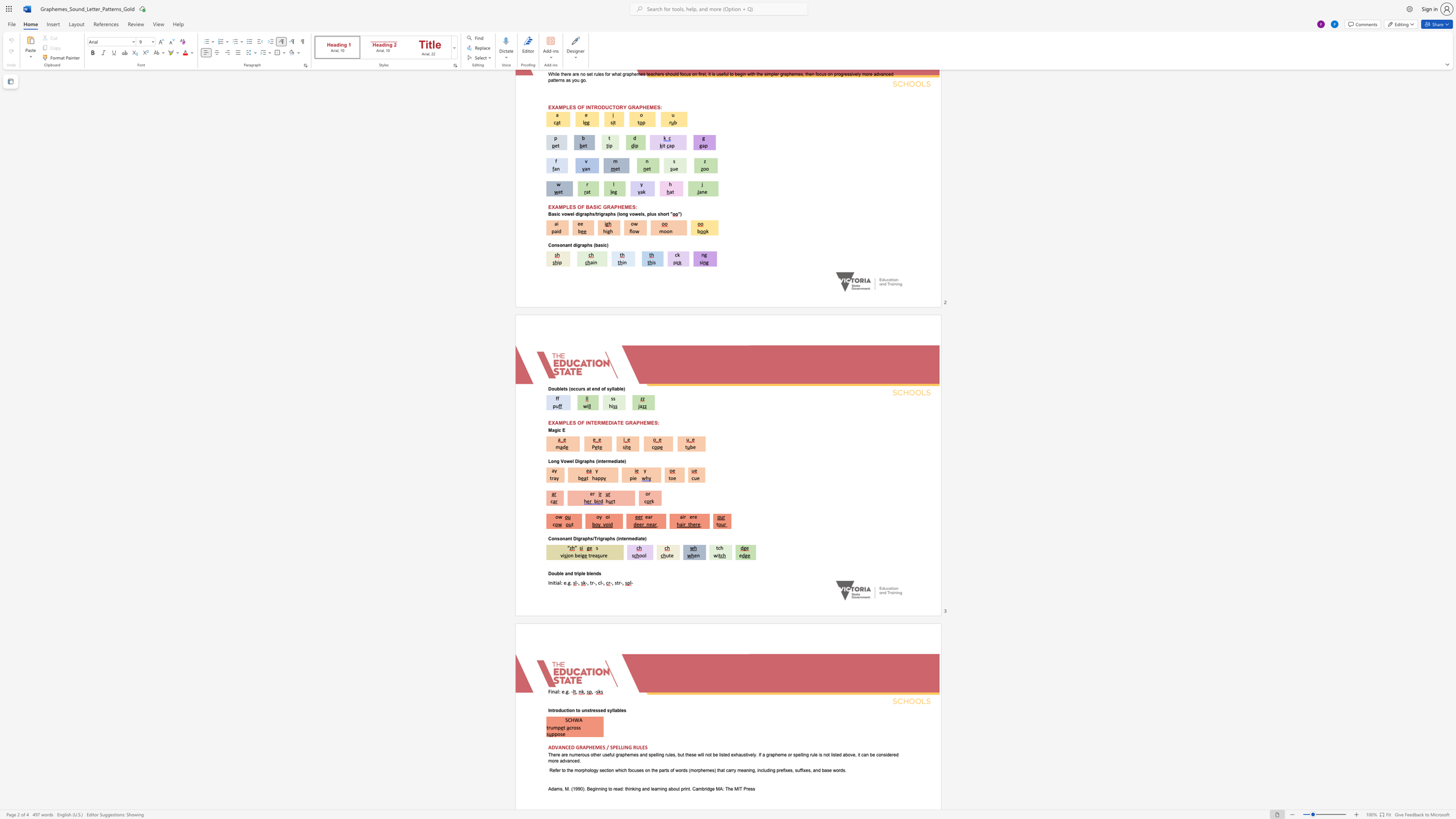 Image resolution: width=1456 pixels, height=819 pixels. I want to click on the subset text "nced" within the text "other useful graphemes and spelling rules, but these will not be listed exhaustively. If a grapheme or spelling rule is not listed above, it can be considered more advanced.", so click(569, 761).